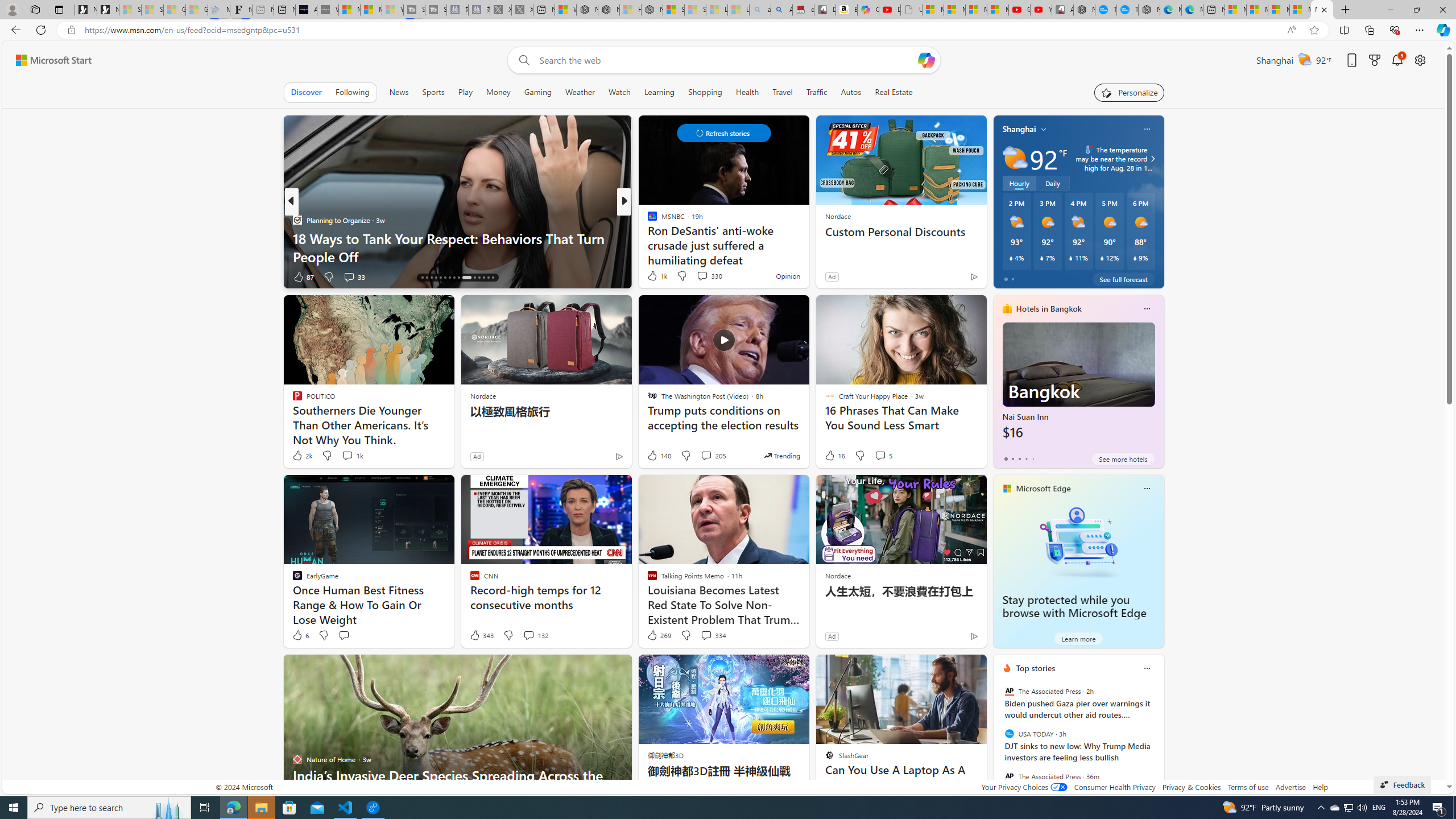 The height and width of the screenshot is (819, 1456). What do you see at coordinates (816, 92) in the screenshot?
I see `'Traffic'` at bounding box center [816, 92].